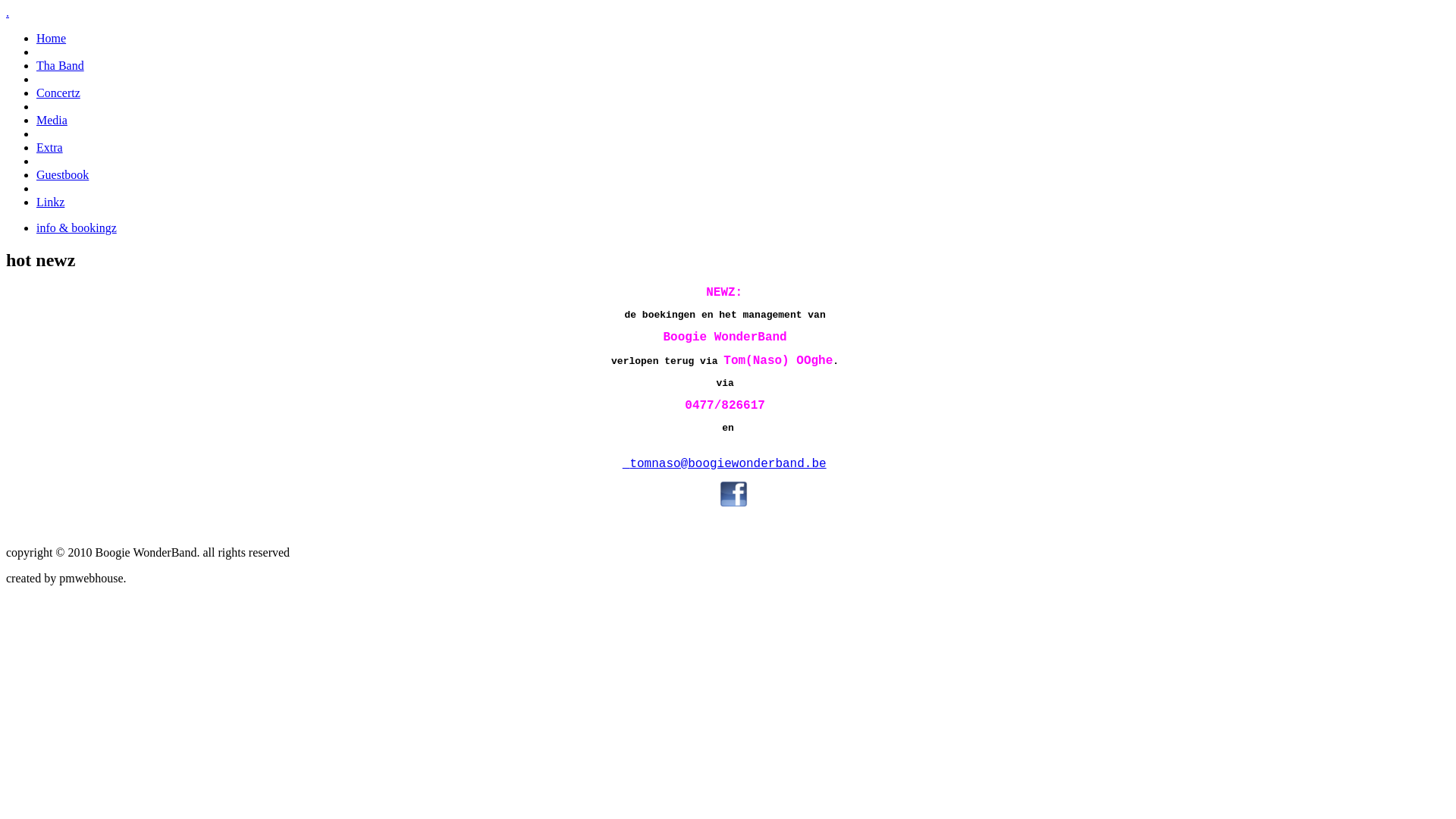 This screenshot has height=819, width=1456. I want to click on 'tomnaso@boogiewonderband.be', so click(726, 463).